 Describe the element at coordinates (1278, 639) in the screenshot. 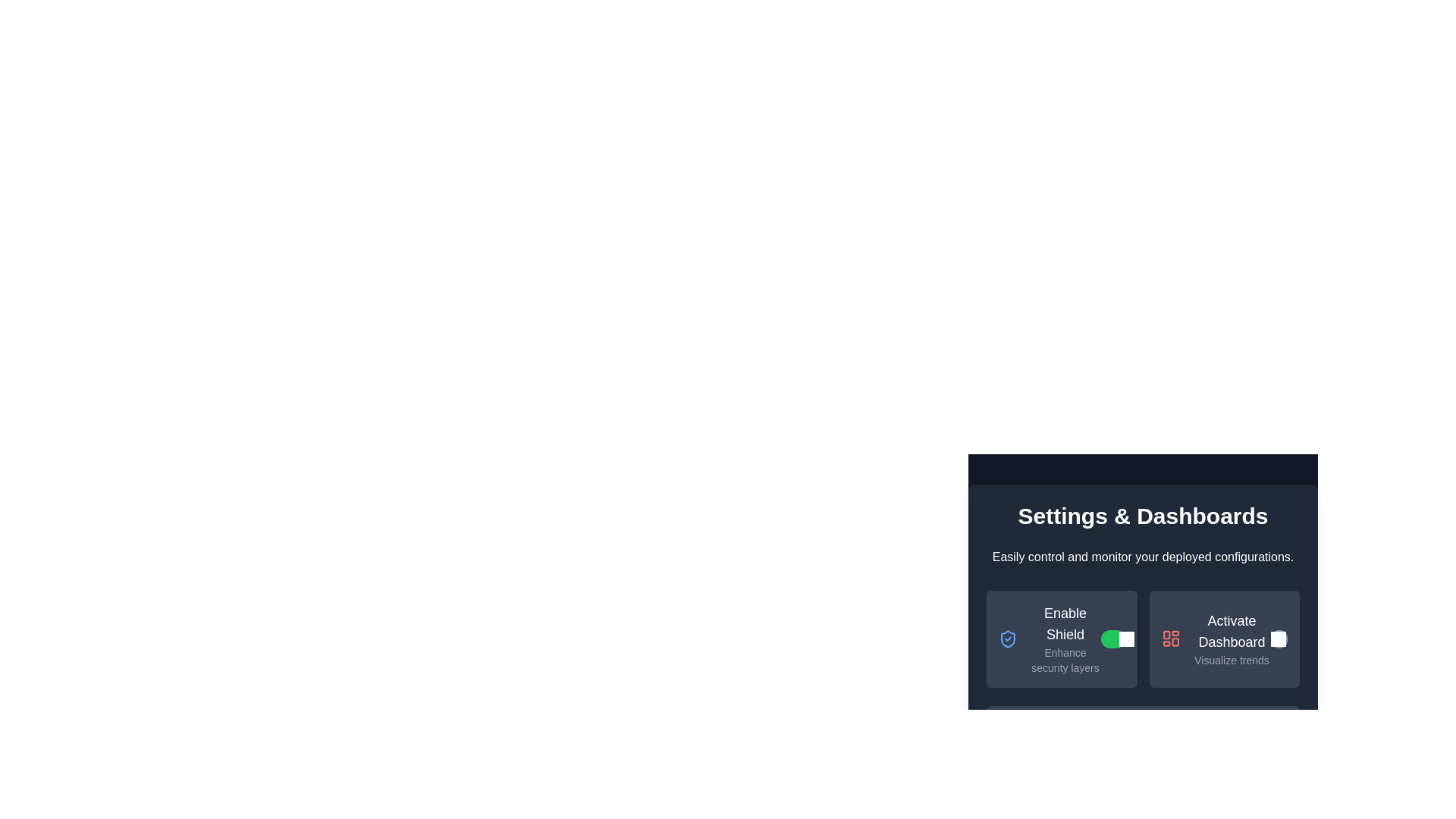

I see `the toggle switch styled with a gray background and a white circular handle, located in the center-right of the 'Activate Dashboard' card` at that location.